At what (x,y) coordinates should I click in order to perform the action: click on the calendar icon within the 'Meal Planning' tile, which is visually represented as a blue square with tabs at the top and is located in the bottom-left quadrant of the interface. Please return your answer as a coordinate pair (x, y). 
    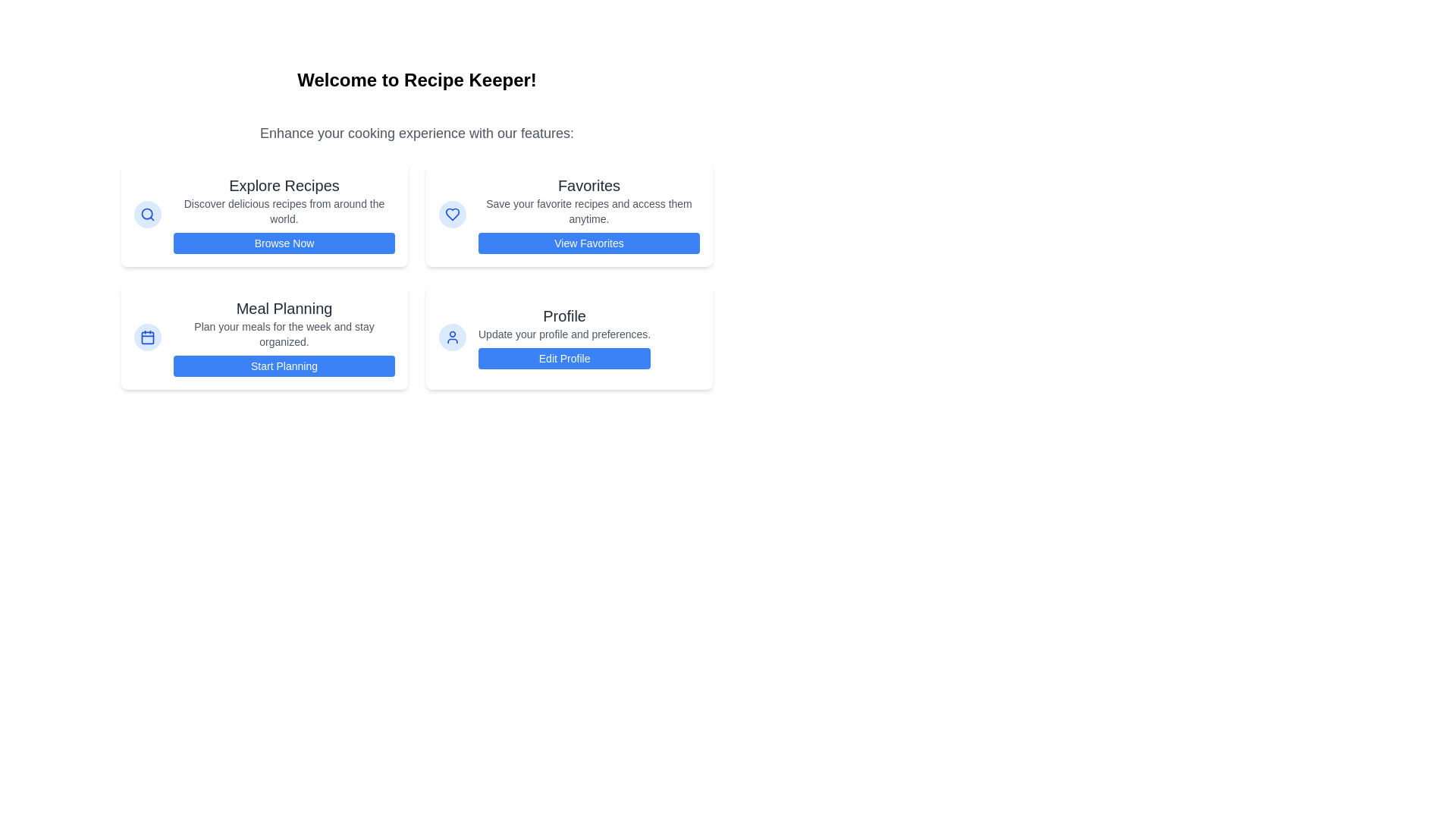
    Looking at the image, I should click on (148, 336).